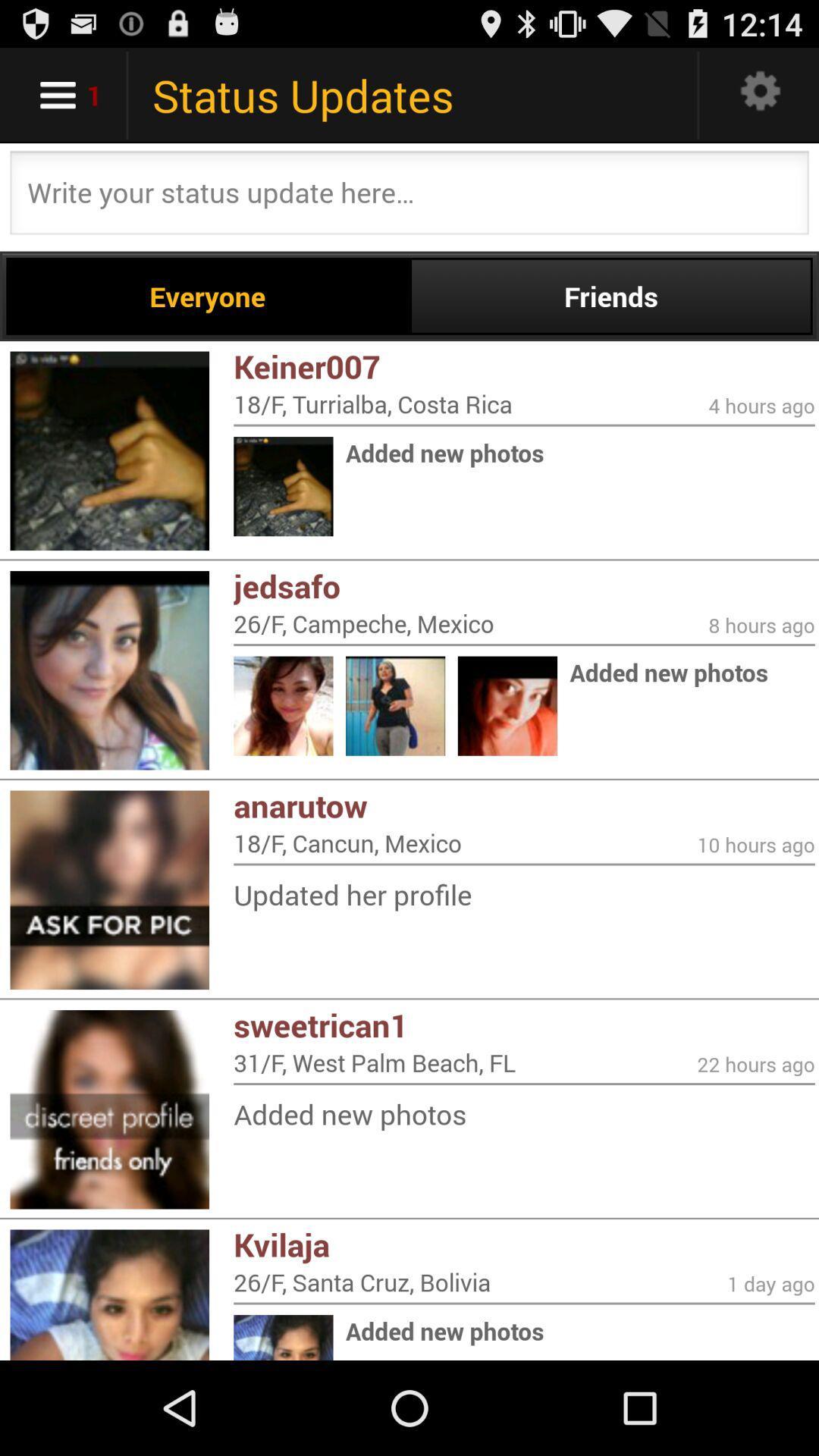 The width and height of the screenshot is (819, 1456). Describe the element at coordinates (761, 94) in the screenshot. I see `open settings` at that location.